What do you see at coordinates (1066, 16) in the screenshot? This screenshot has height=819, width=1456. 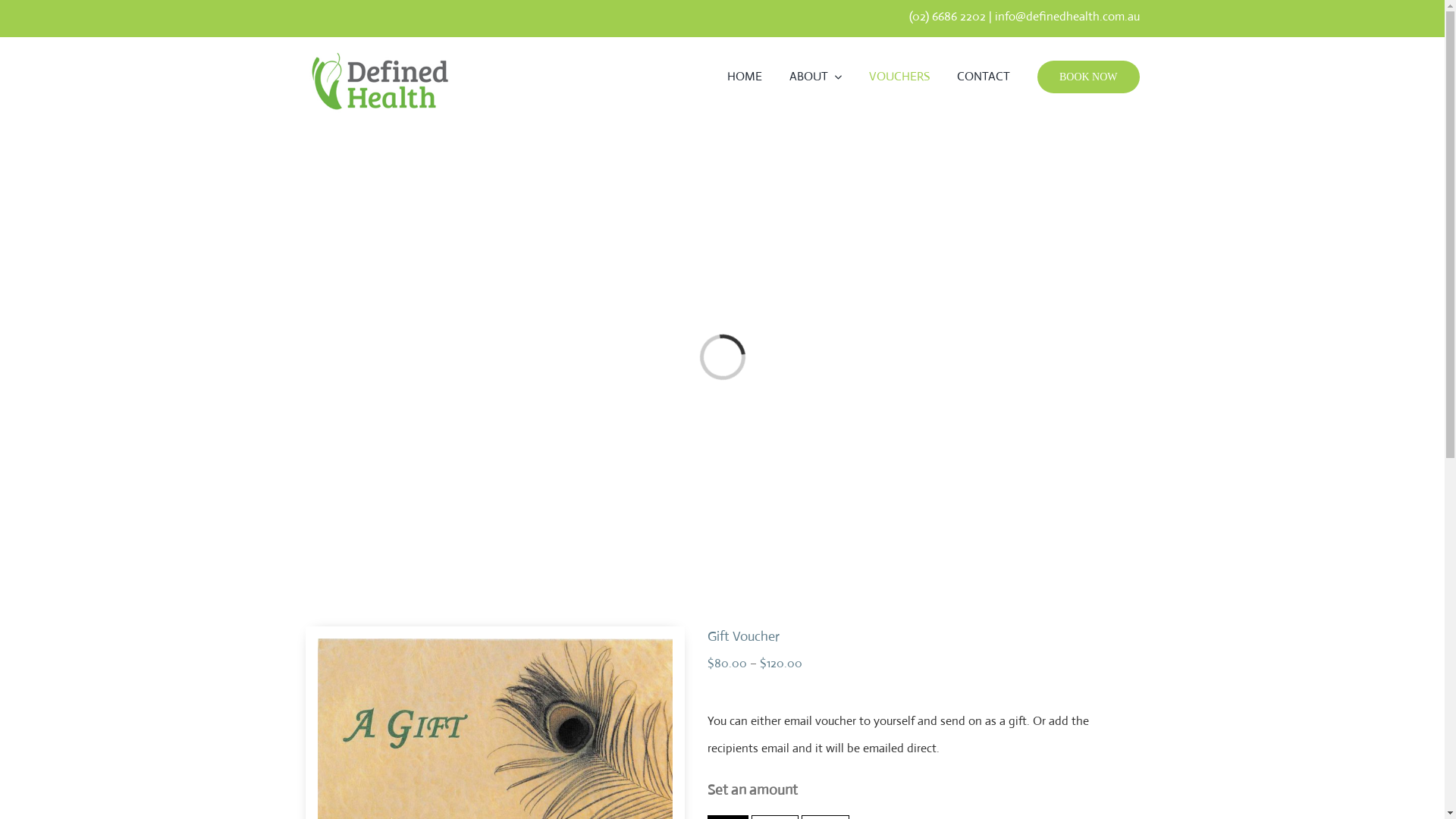 I see `'info@definedhealth.com.au'` at bounding box center [1066, 16].